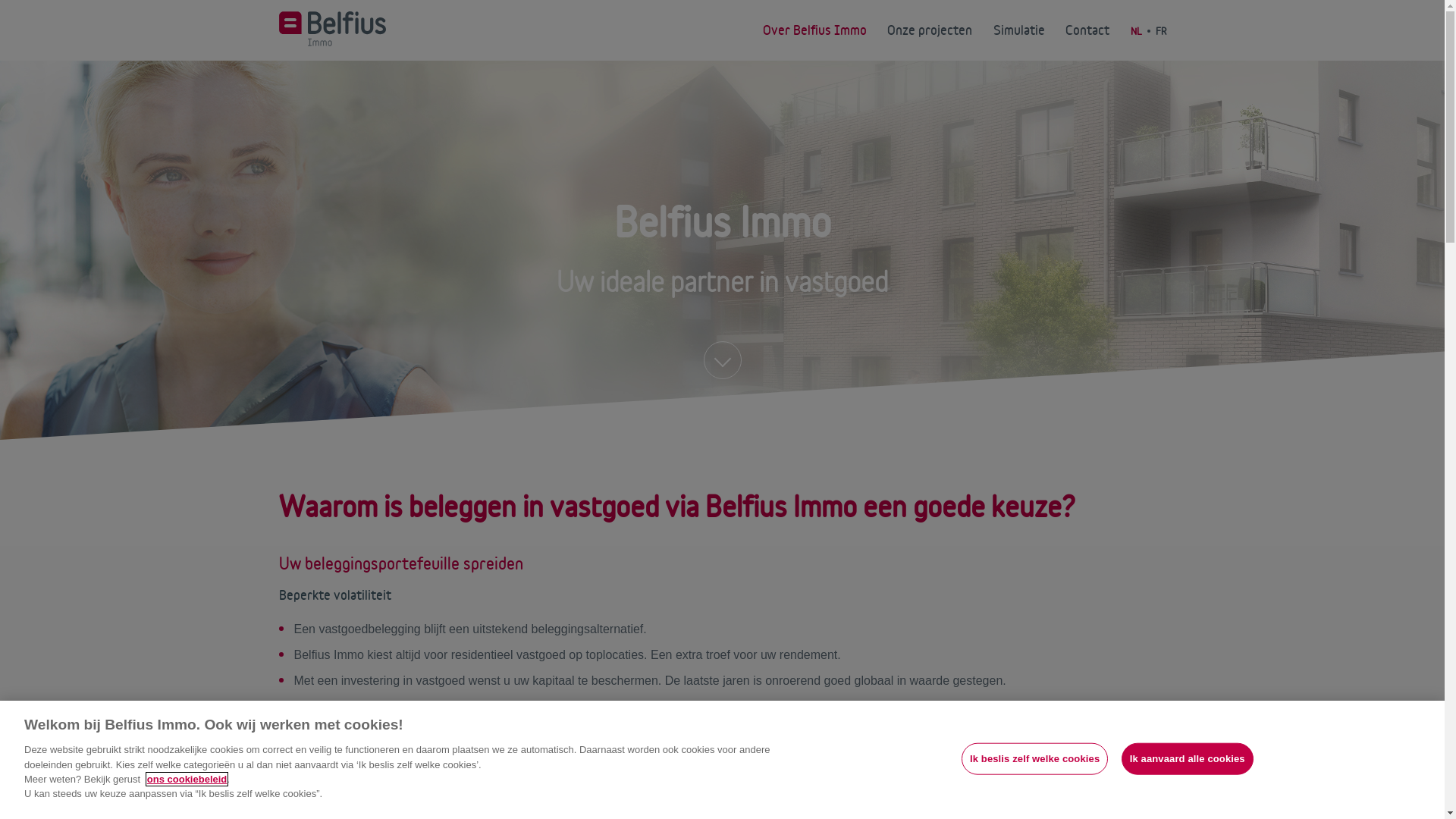  What do you see at coordinates (1186, 759) in the screenshot?
I see `'Ik aanvaard alle cookies'` at bounding box center [1186, 759].